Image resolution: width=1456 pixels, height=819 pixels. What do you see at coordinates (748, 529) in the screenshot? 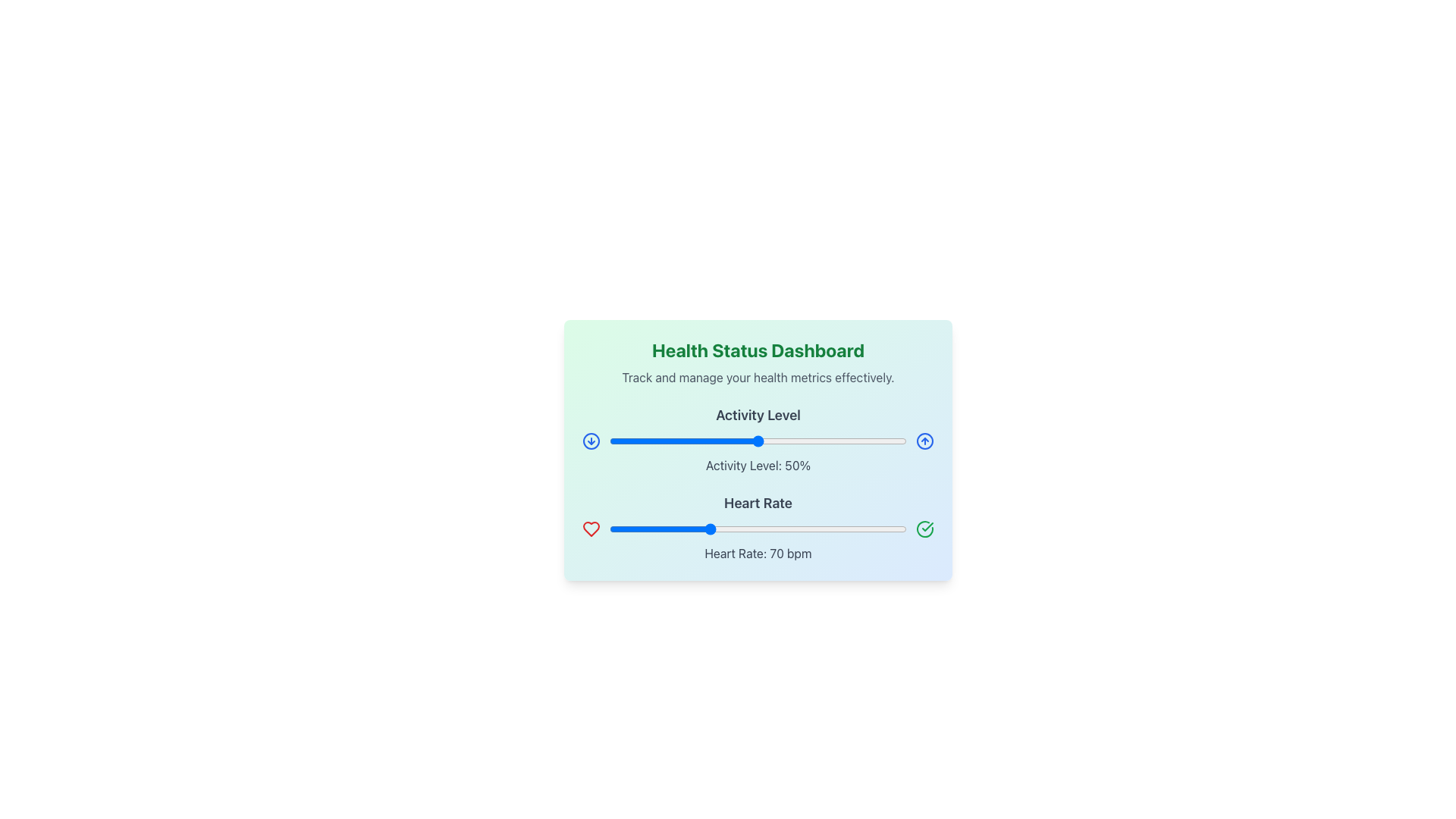
I see `heart rate` at bounding box center [748, 529].